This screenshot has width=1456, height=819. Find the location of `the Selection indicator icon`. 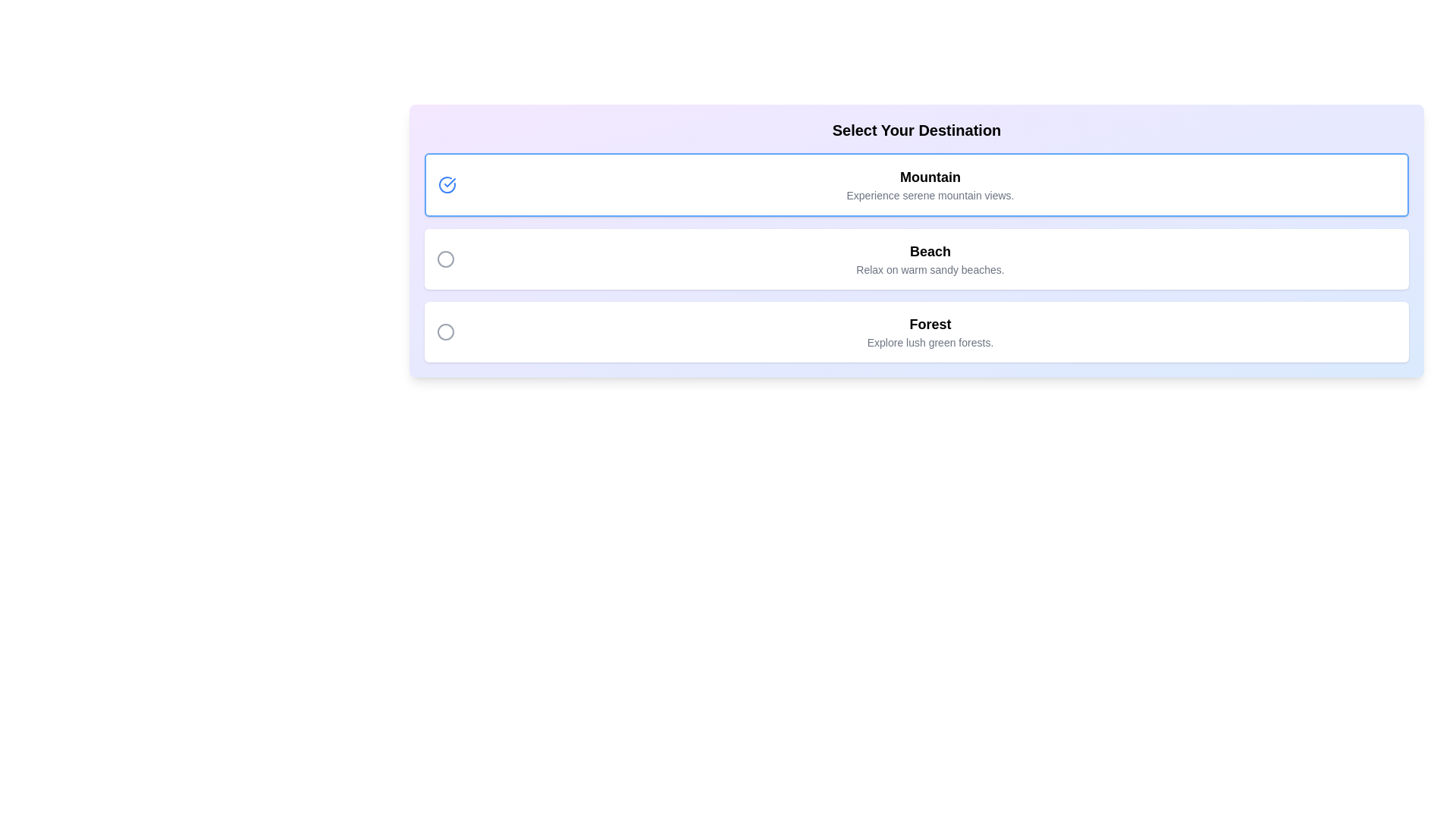

the Selection indicator icon is located at coordinates (447, 184).